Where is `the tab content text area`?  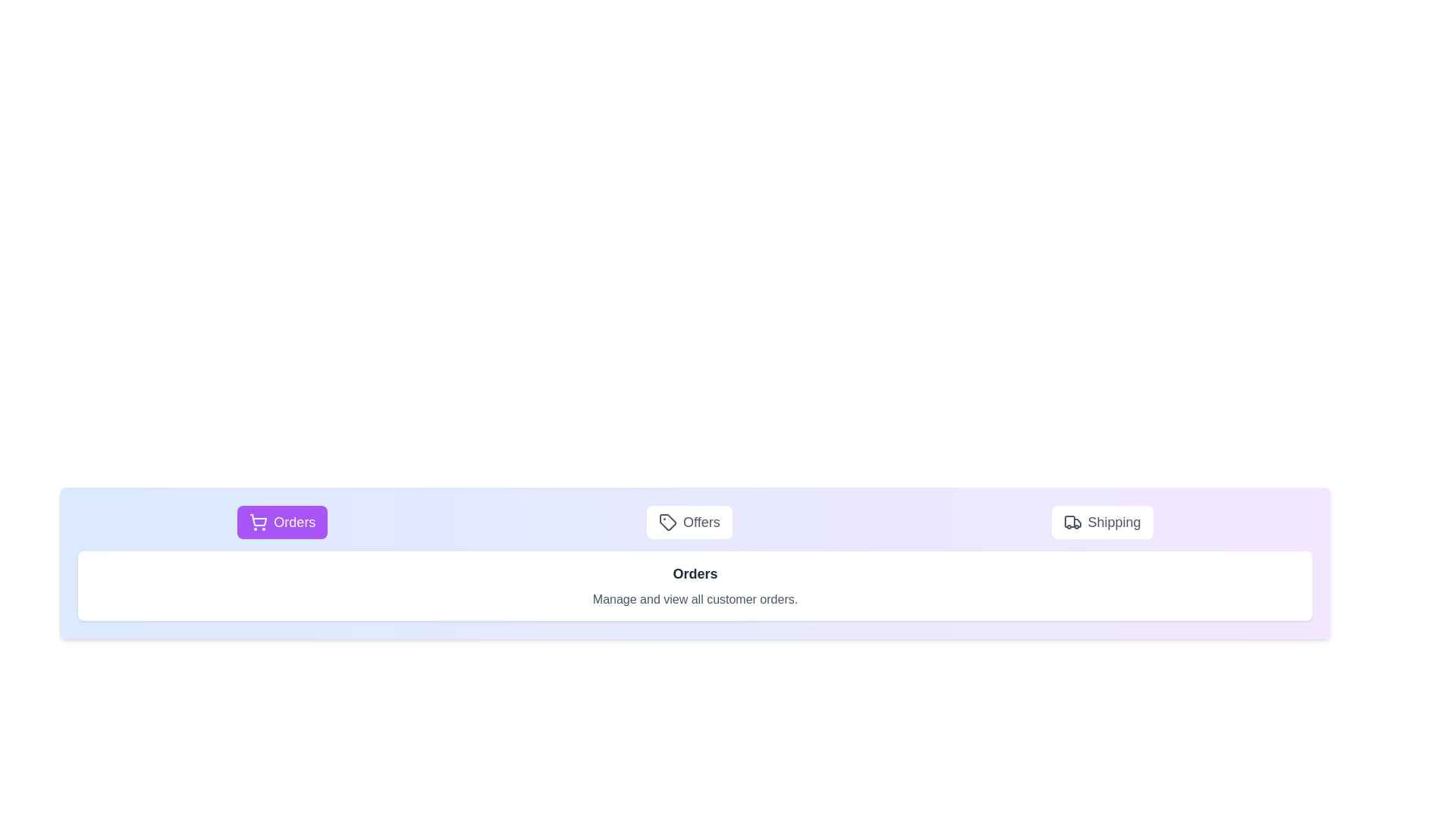 the tab content text area is located at coordinates (694, 585).